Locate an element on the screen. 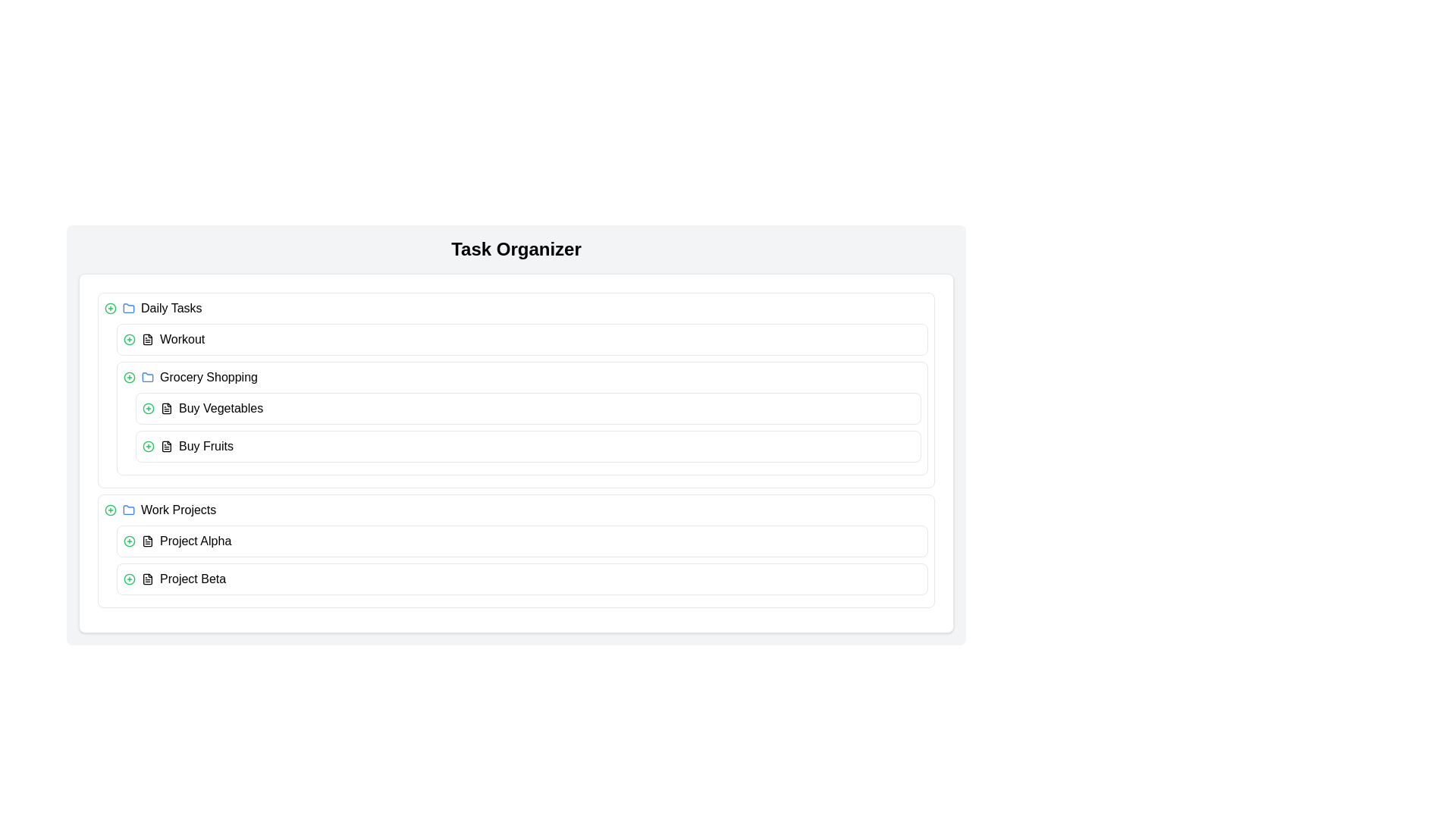 This screenshot has height=819, width=1456. the 'Workout' task list item located at the top of the 'Daily Tasks' section is located at coordinates (522, 338).